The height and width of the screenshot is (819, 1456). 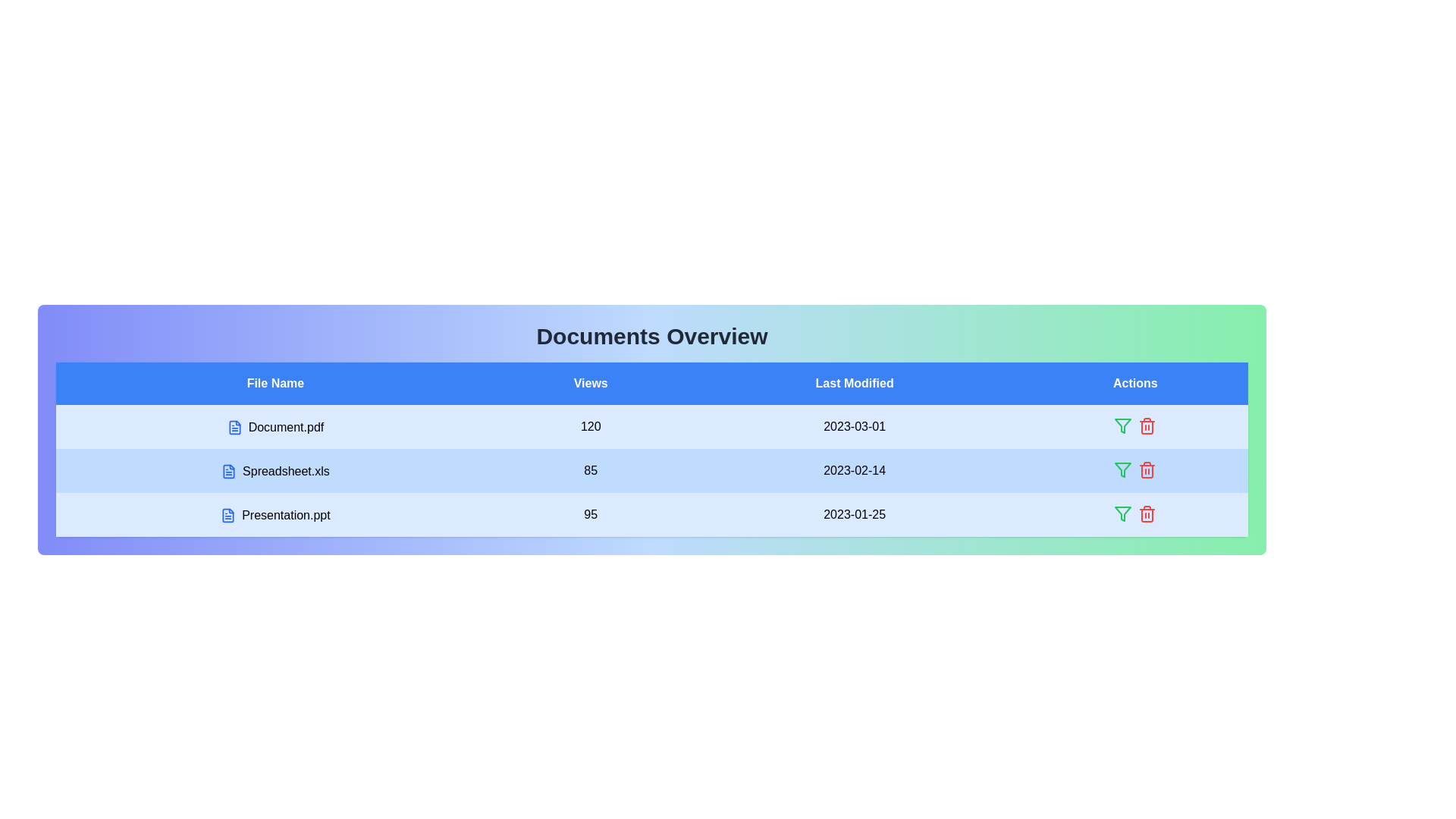 I want to click on the action icon filter for the row corresponding to Presentation.ppt, so click(x=1123, y=513).